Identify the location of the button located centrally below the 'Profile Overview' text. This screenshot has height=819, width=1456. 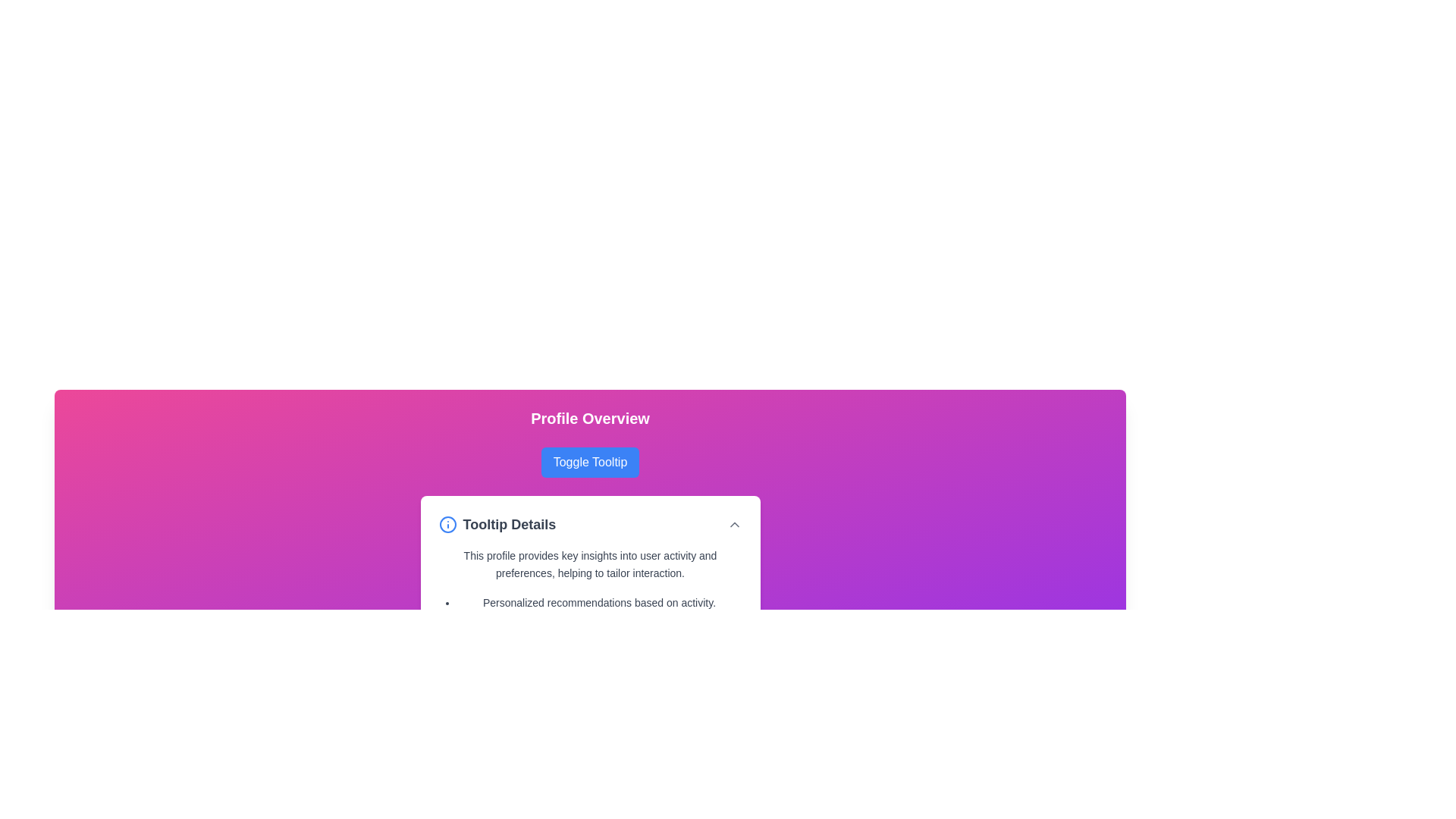
(589, 461).